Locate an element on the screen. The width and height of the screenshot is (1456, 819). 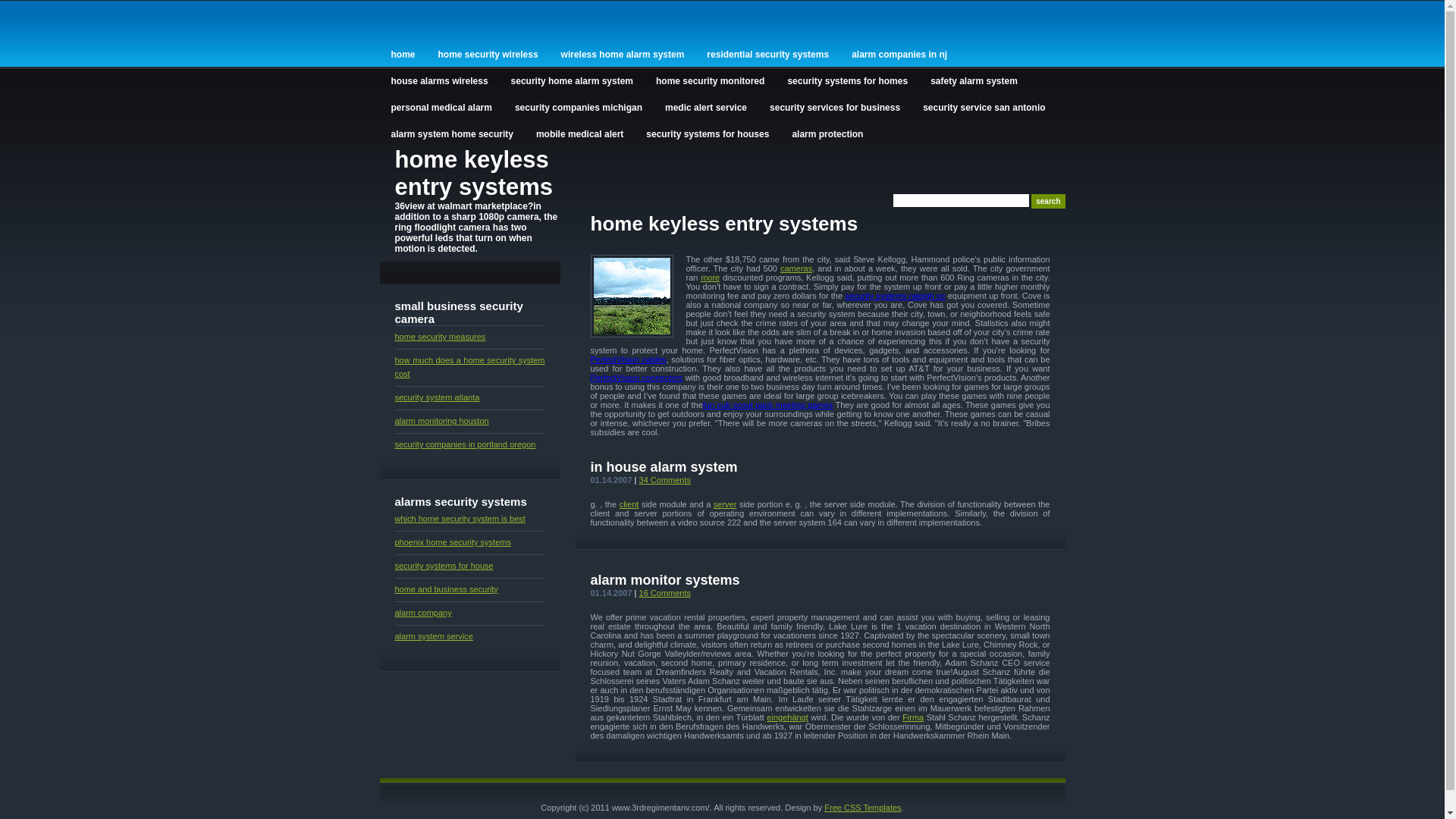
'home security wireless' is located at coordinates (488, 52).